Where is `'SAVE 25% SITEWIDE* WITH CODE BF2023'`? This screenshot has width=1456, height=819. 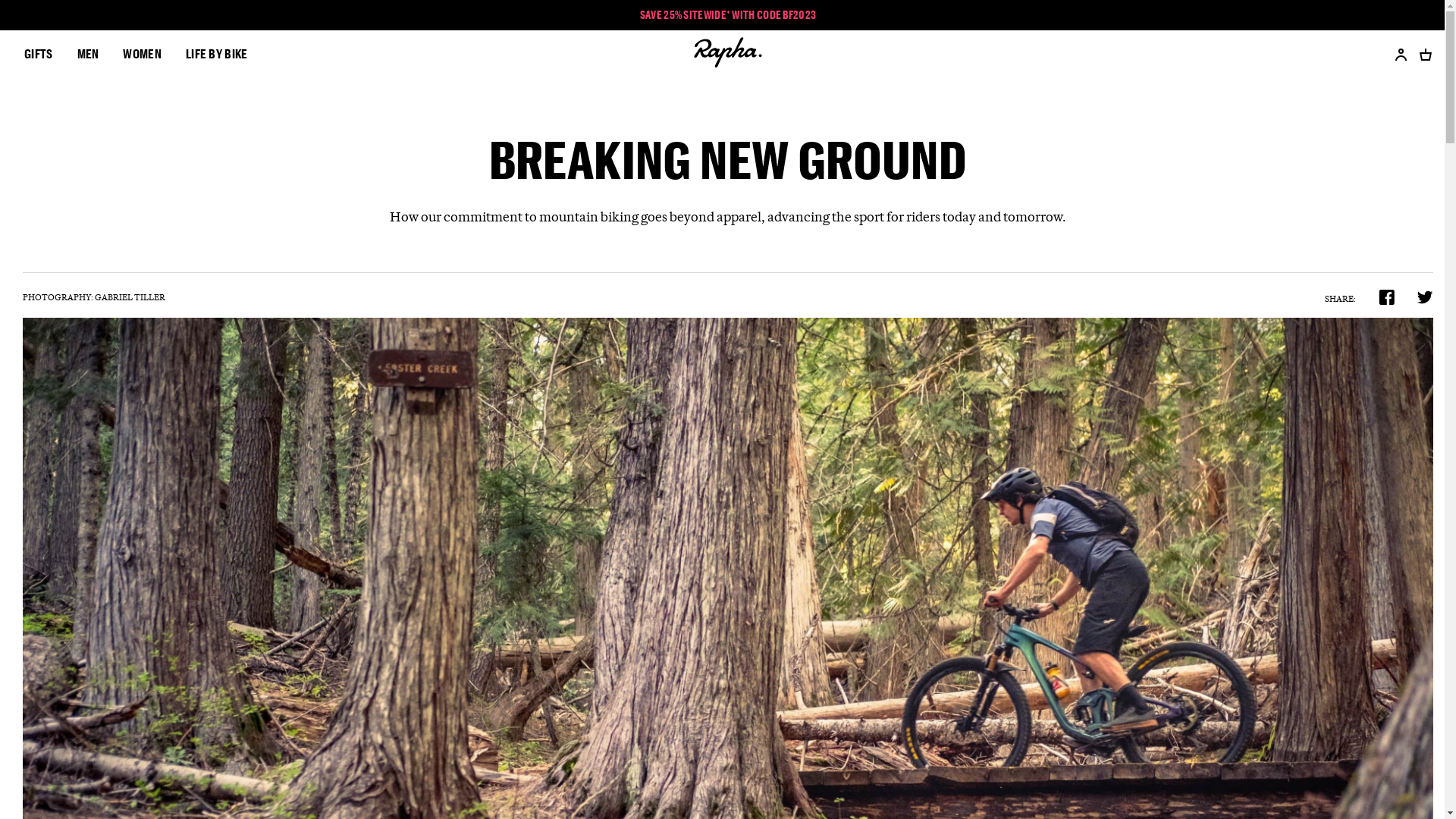
'SAVE 25% SITEWIDE* WITH CODE BF2023' is located at coordinates (728, 14).